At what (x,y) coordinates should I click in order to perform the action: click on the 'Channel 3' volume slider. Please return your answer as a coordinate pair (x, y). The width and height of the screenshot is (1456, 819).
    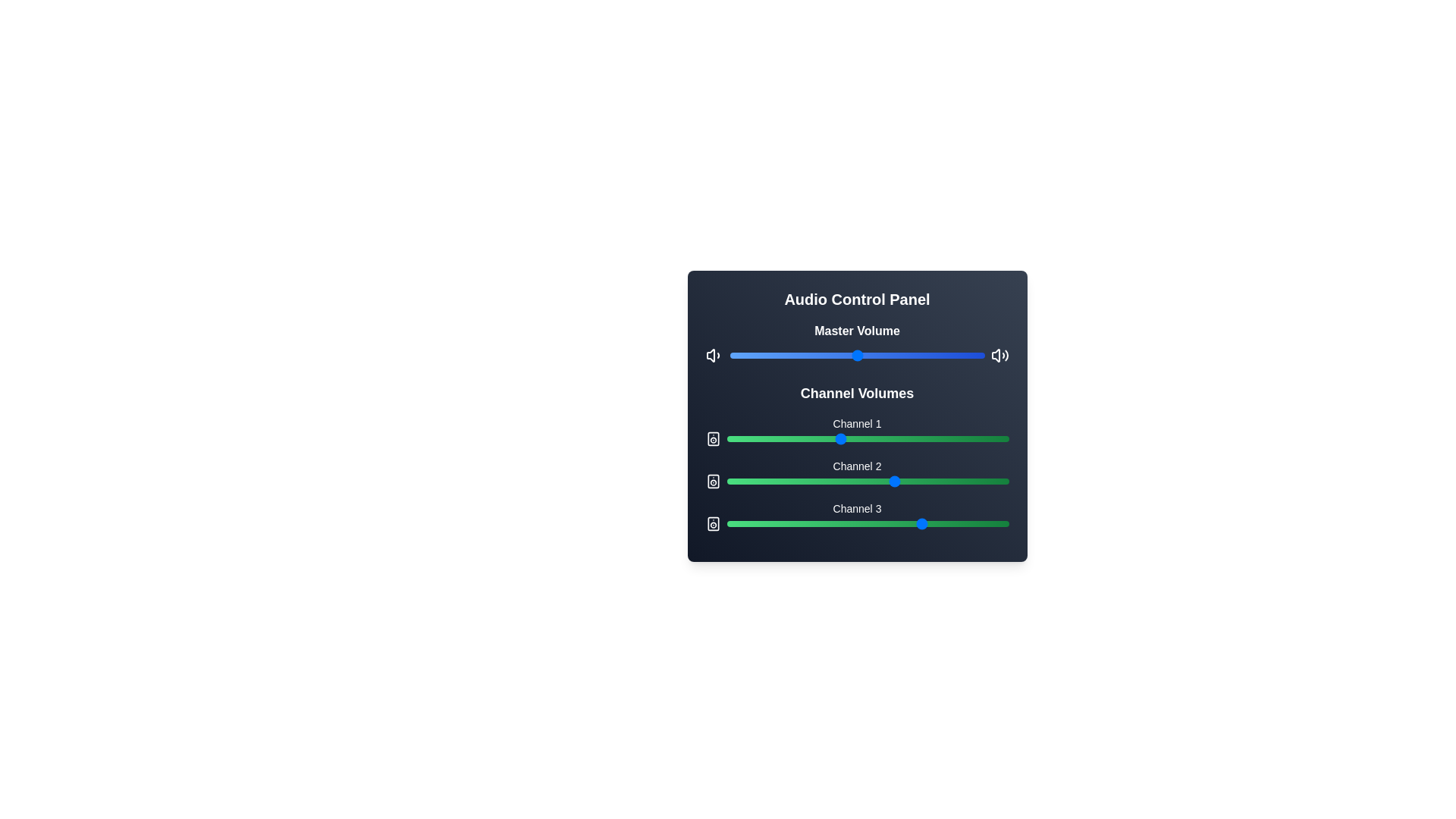
    Looking at the image, I should click on (813, 519).